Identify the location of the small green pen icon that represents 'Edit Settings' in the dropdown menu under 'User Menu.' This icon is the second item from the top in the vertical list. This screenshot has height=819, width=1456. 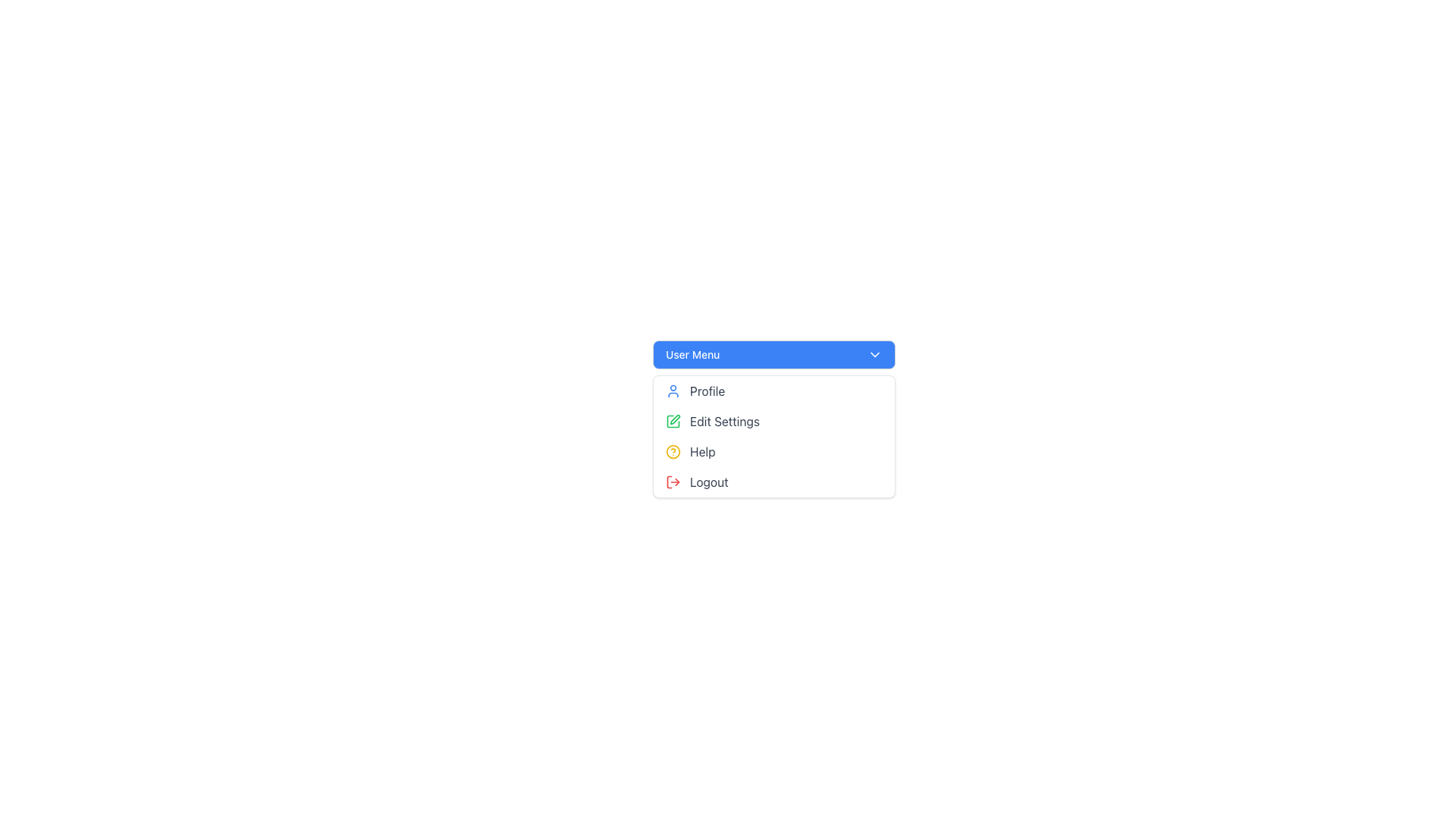
(674, 419).